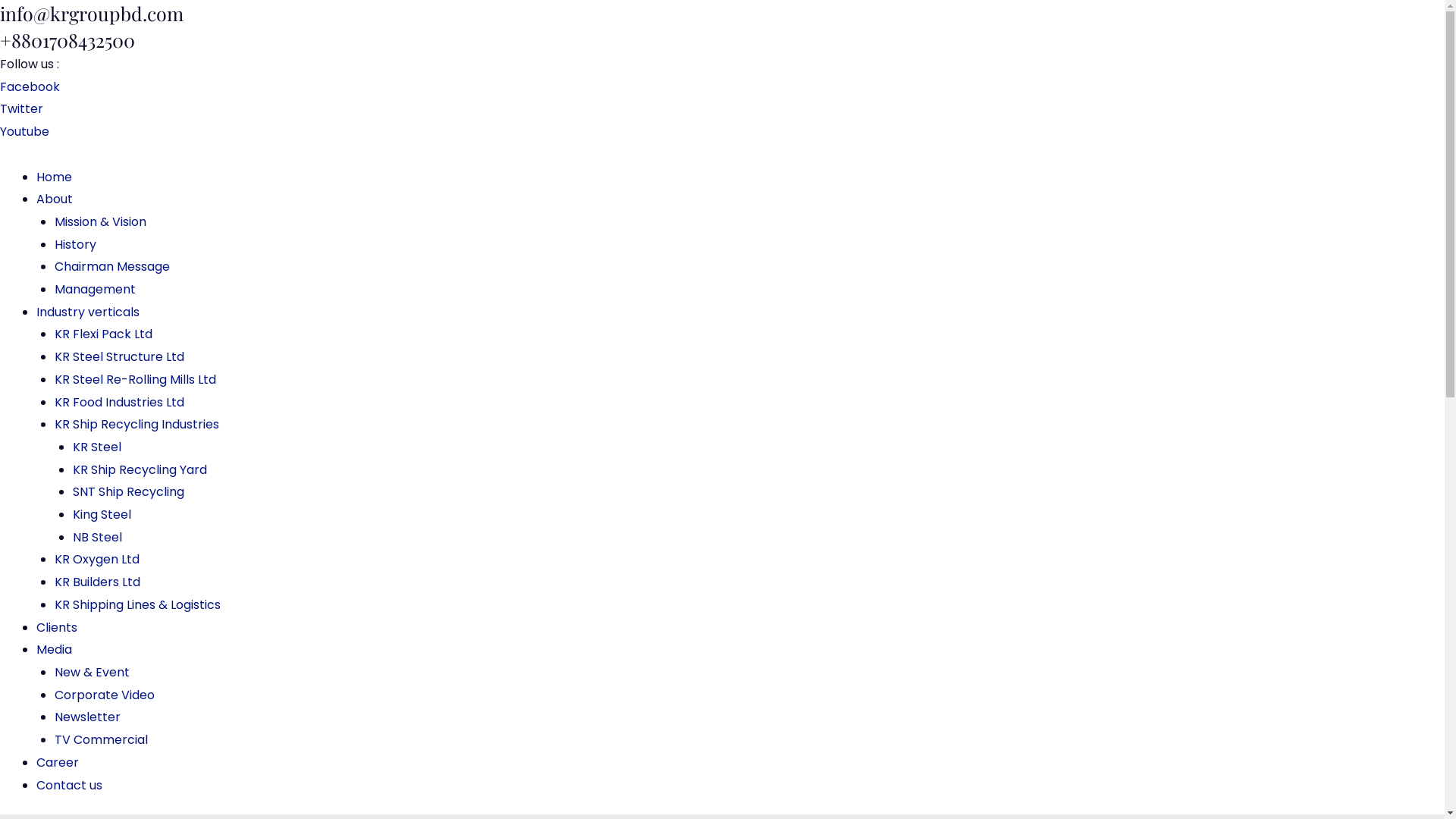 Image resolution: width=1456 pixels, height=819 pixels. I want to click on 'Contact us', so click(36, 785).